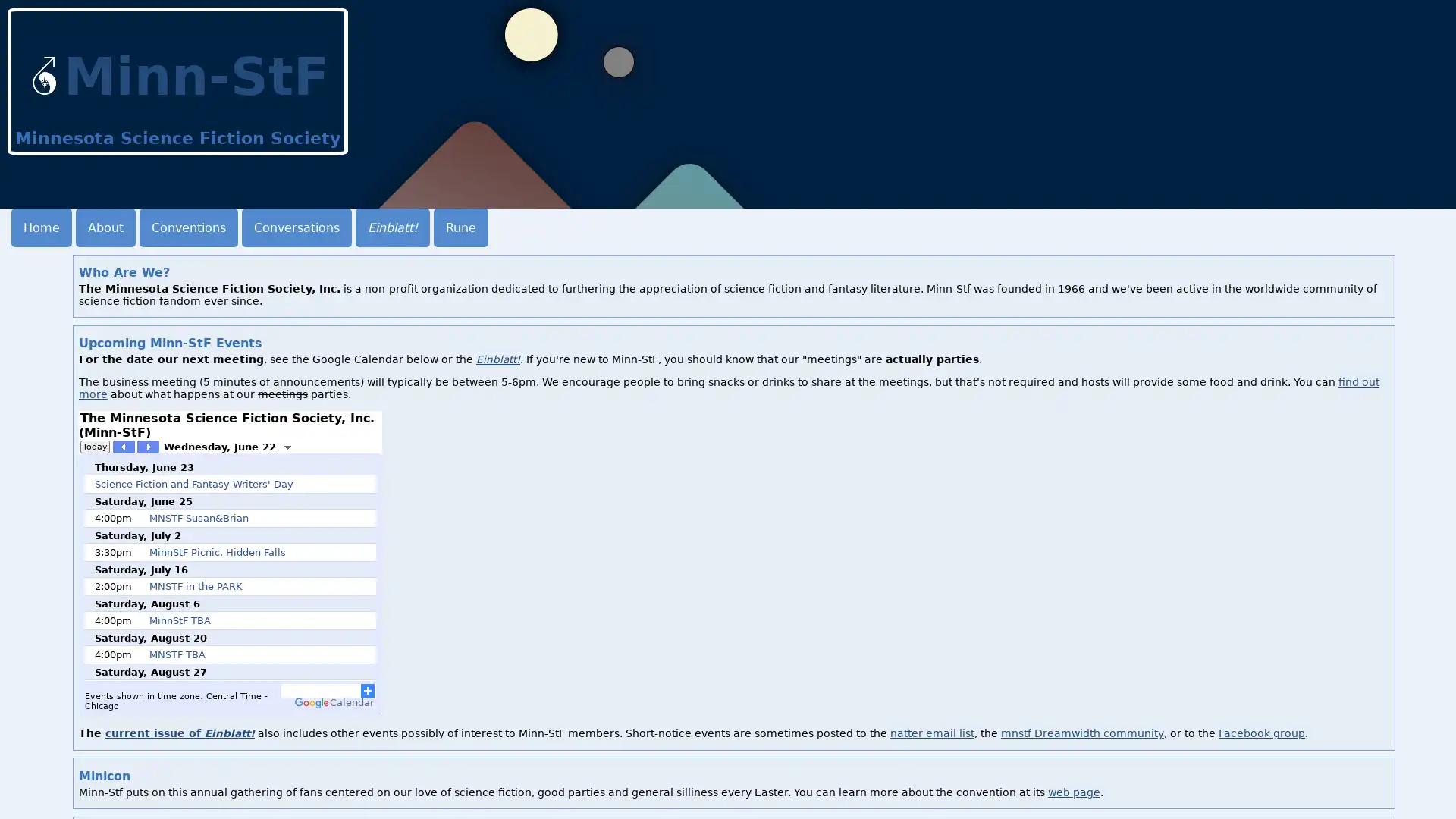 This screenshot has width=1456, height=819. I want to click on Rune, so click(460, 227).